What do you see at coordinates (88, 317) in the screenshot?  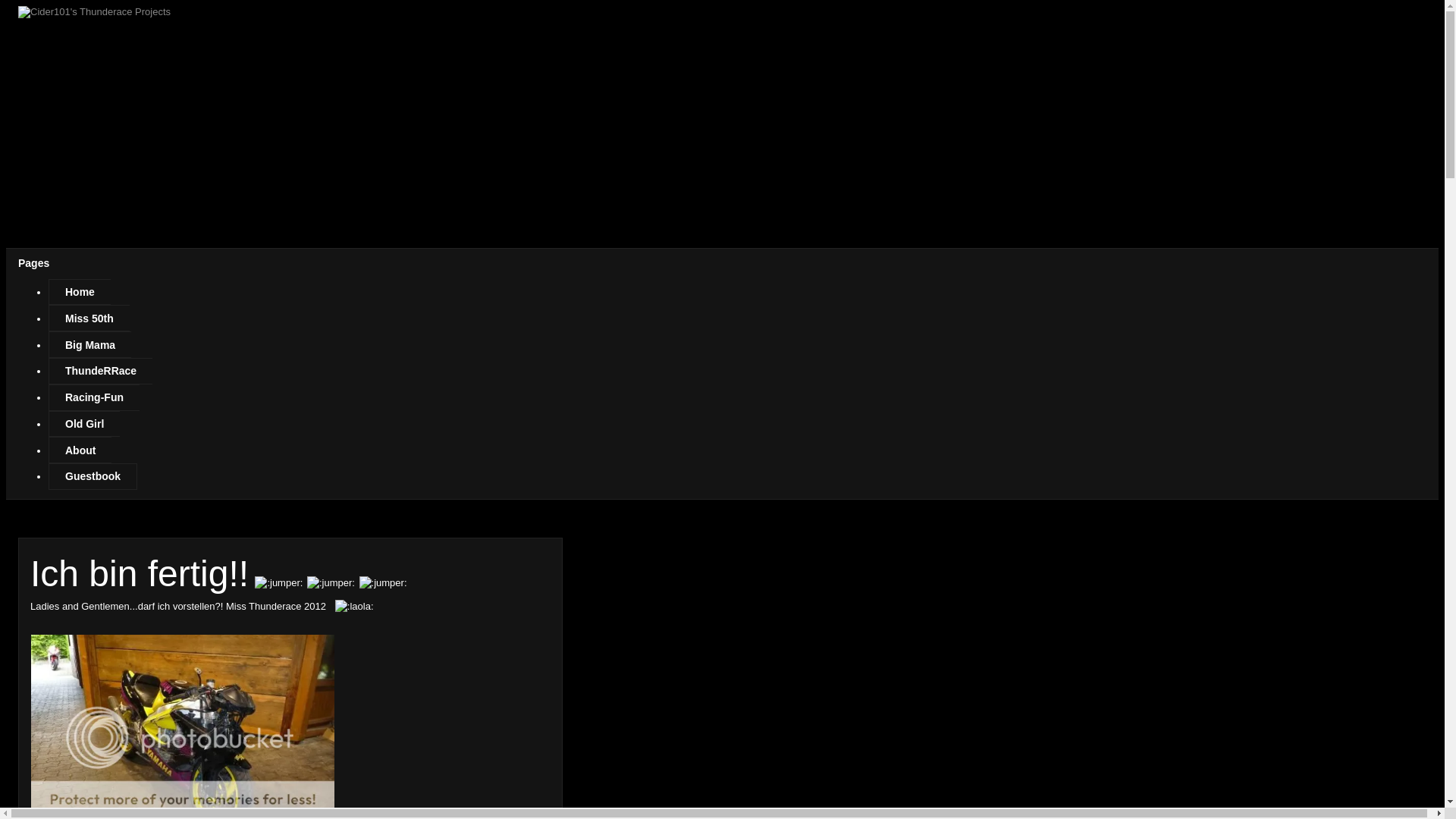 I see `'Miss 50th'` at bounding box center [88, 317].